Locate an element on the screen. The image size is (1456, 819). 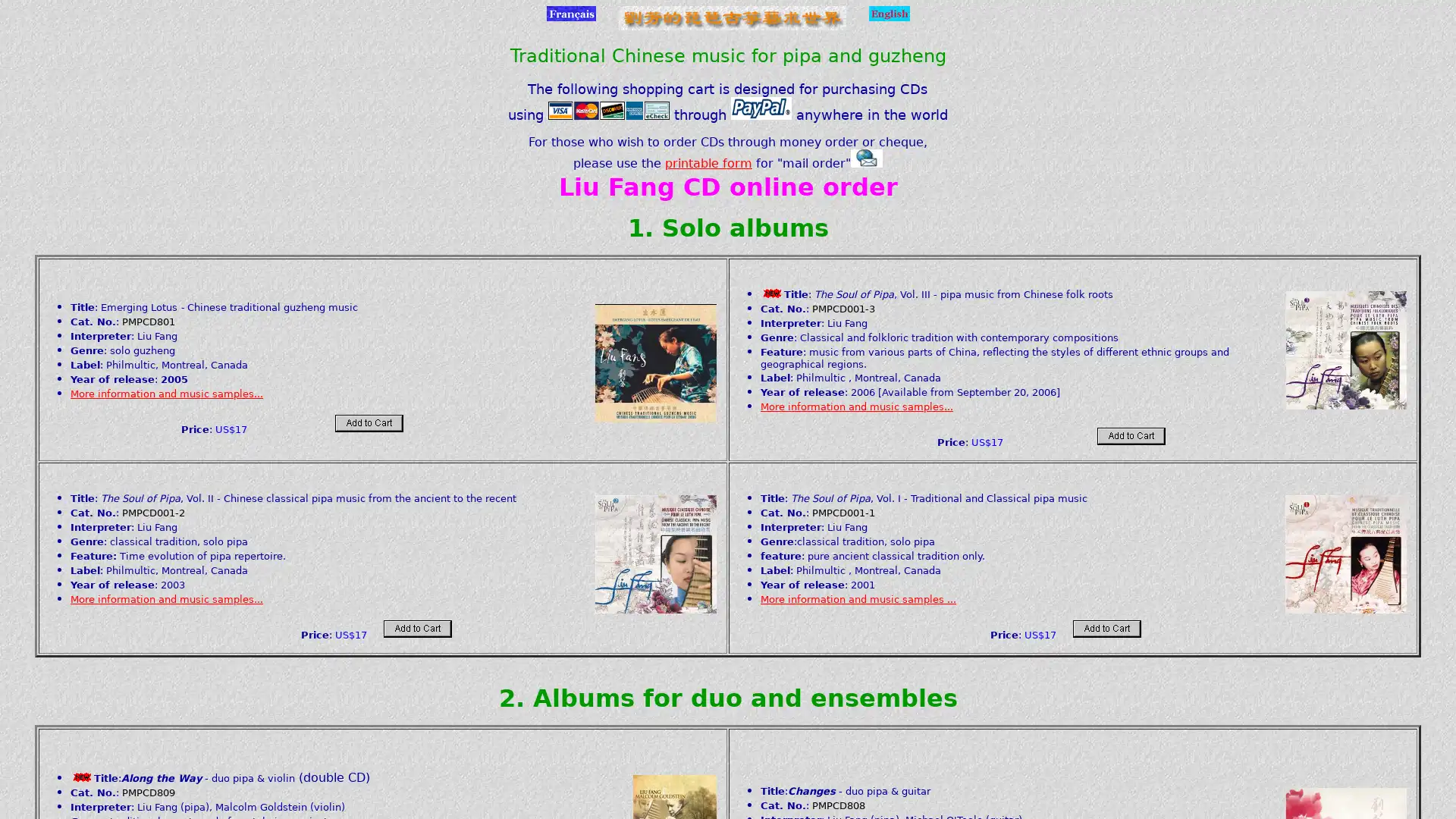
Add to card: Make payments with PayPal - it's fast, free and secure! is located at coordinates (1106, 629).